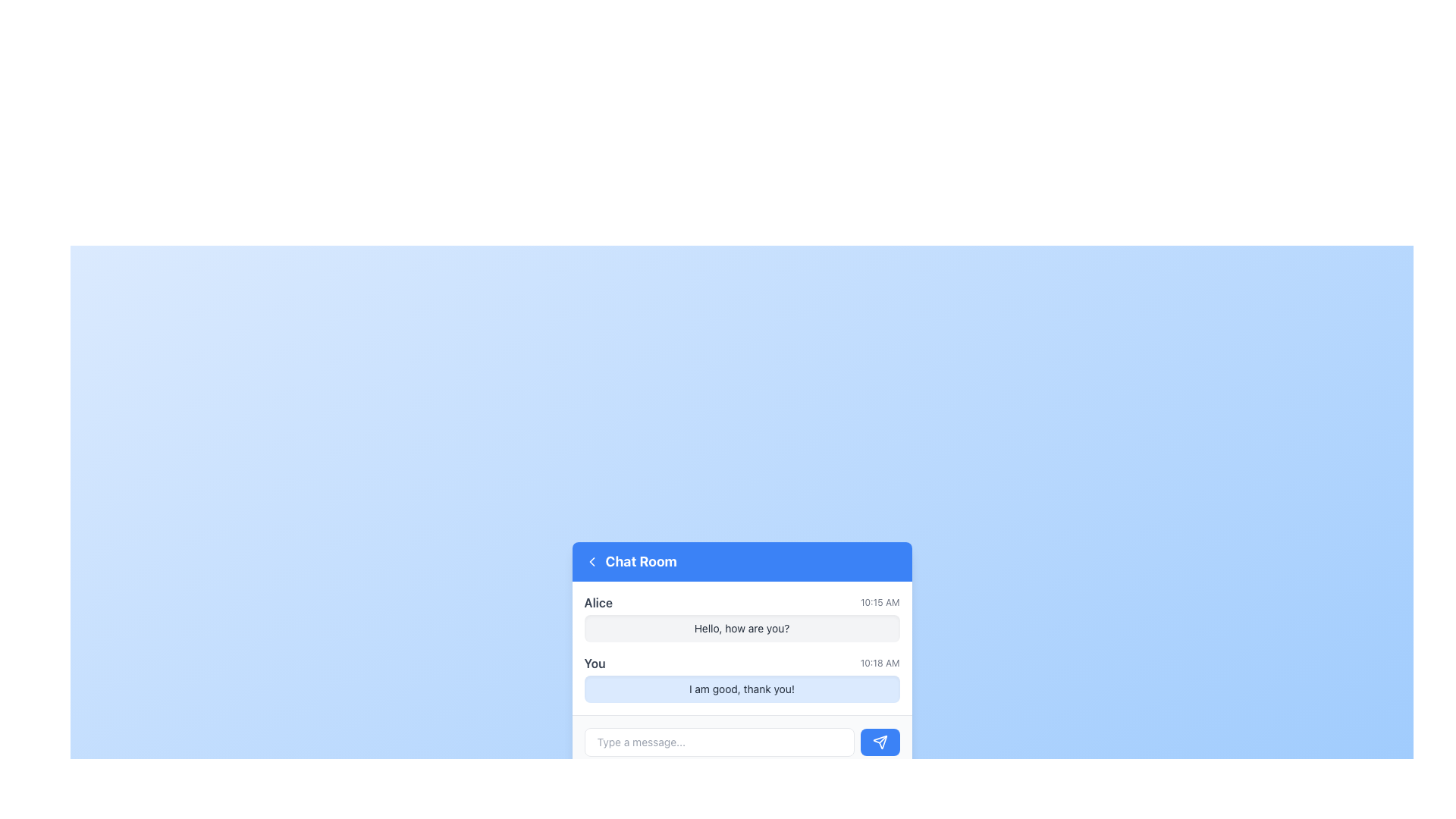 The width and height of the screenshot is (1456, 819). What do you see at coordinates (742, 677) in the screenshot?
I see `the chat message display element that shows a message sent by 'You', positioned below Alice's message 'Hello, how are you?' and above the input field, with a timestamp of '10:18 AM'` at bounding box center [742, 677].